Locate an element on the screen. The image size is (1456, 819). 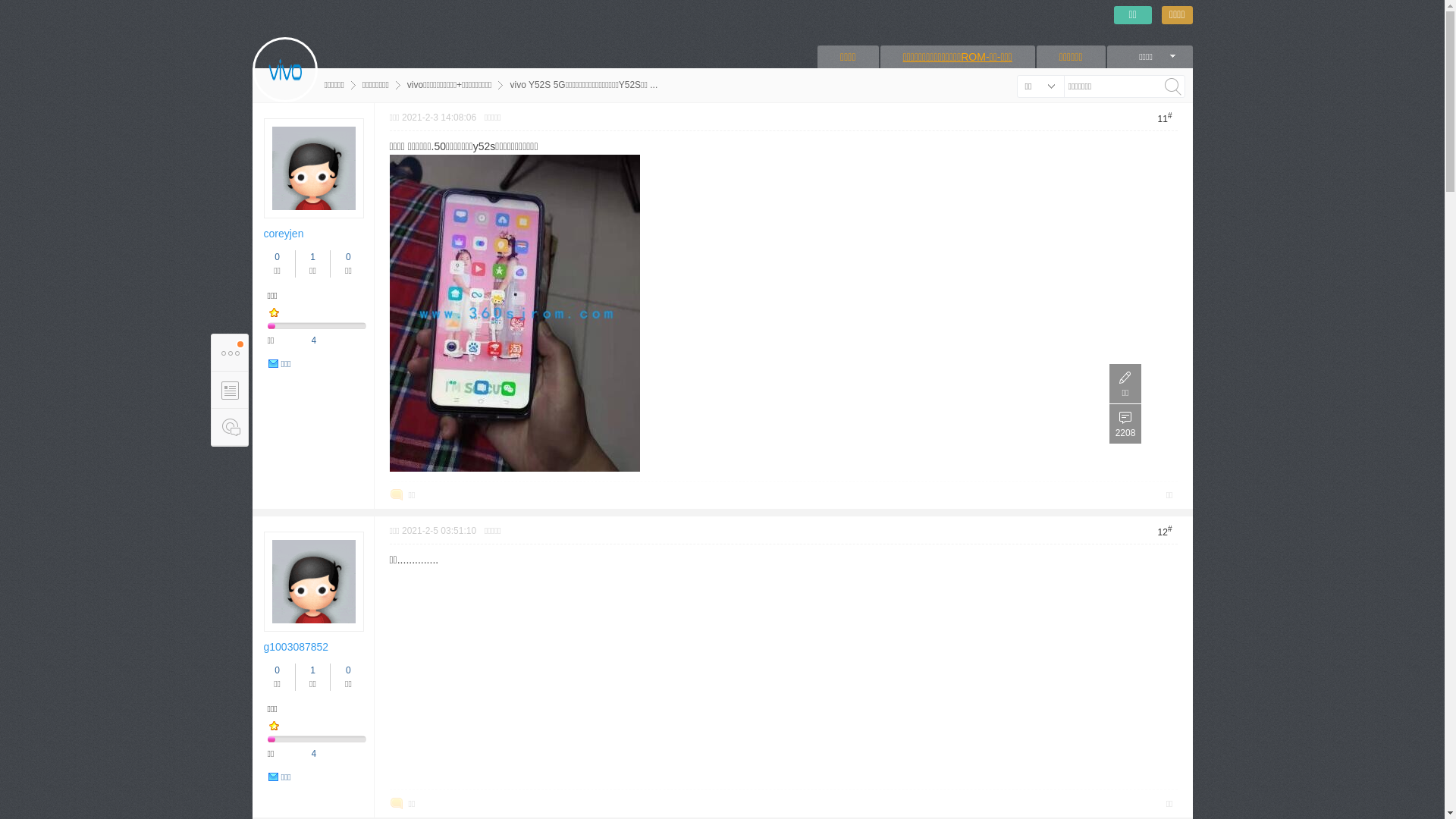
'4' is located at coordinates (312, 754).